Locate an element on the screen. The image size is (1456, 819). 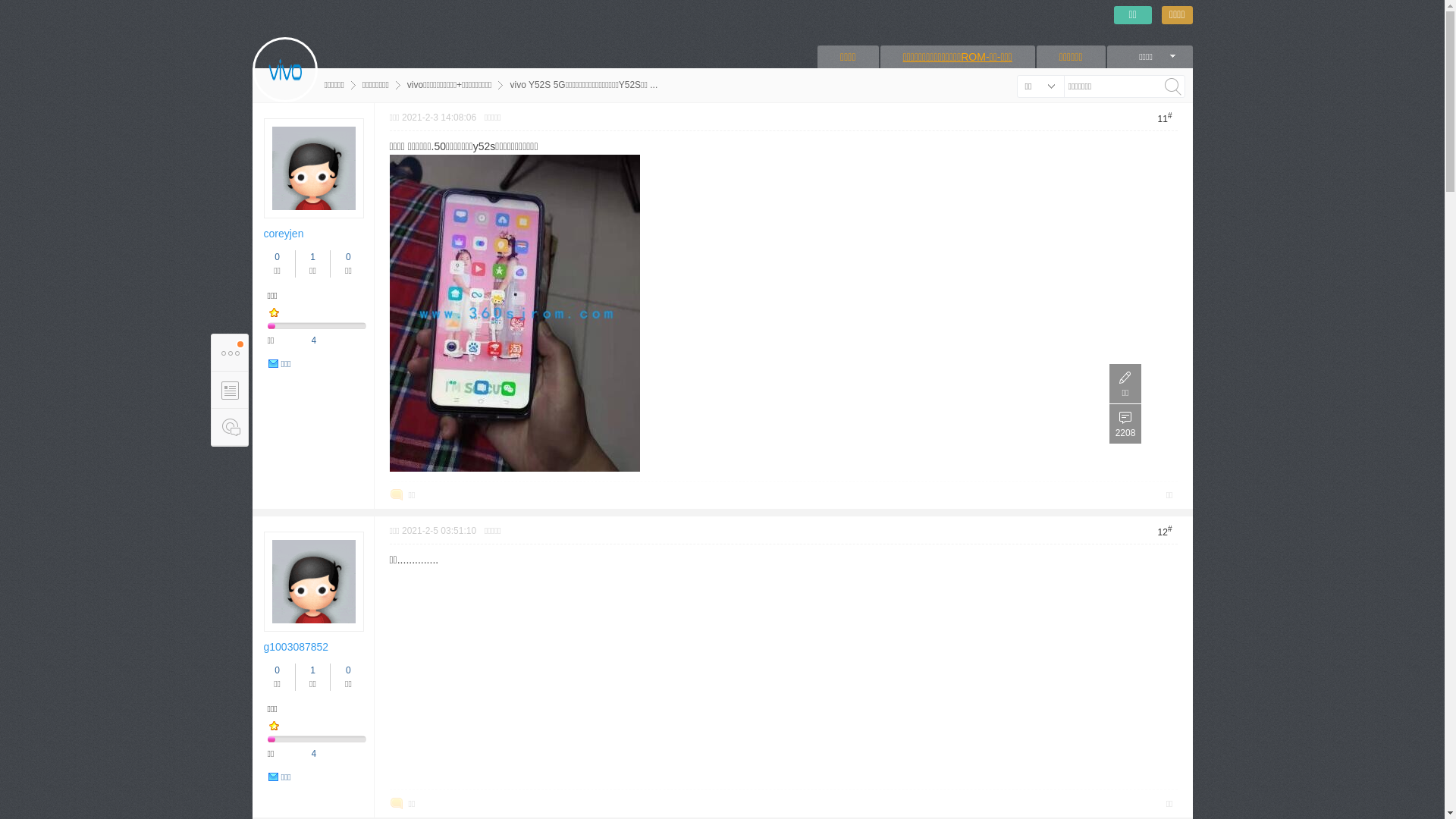
'4' is located at coordinates (312, 754).